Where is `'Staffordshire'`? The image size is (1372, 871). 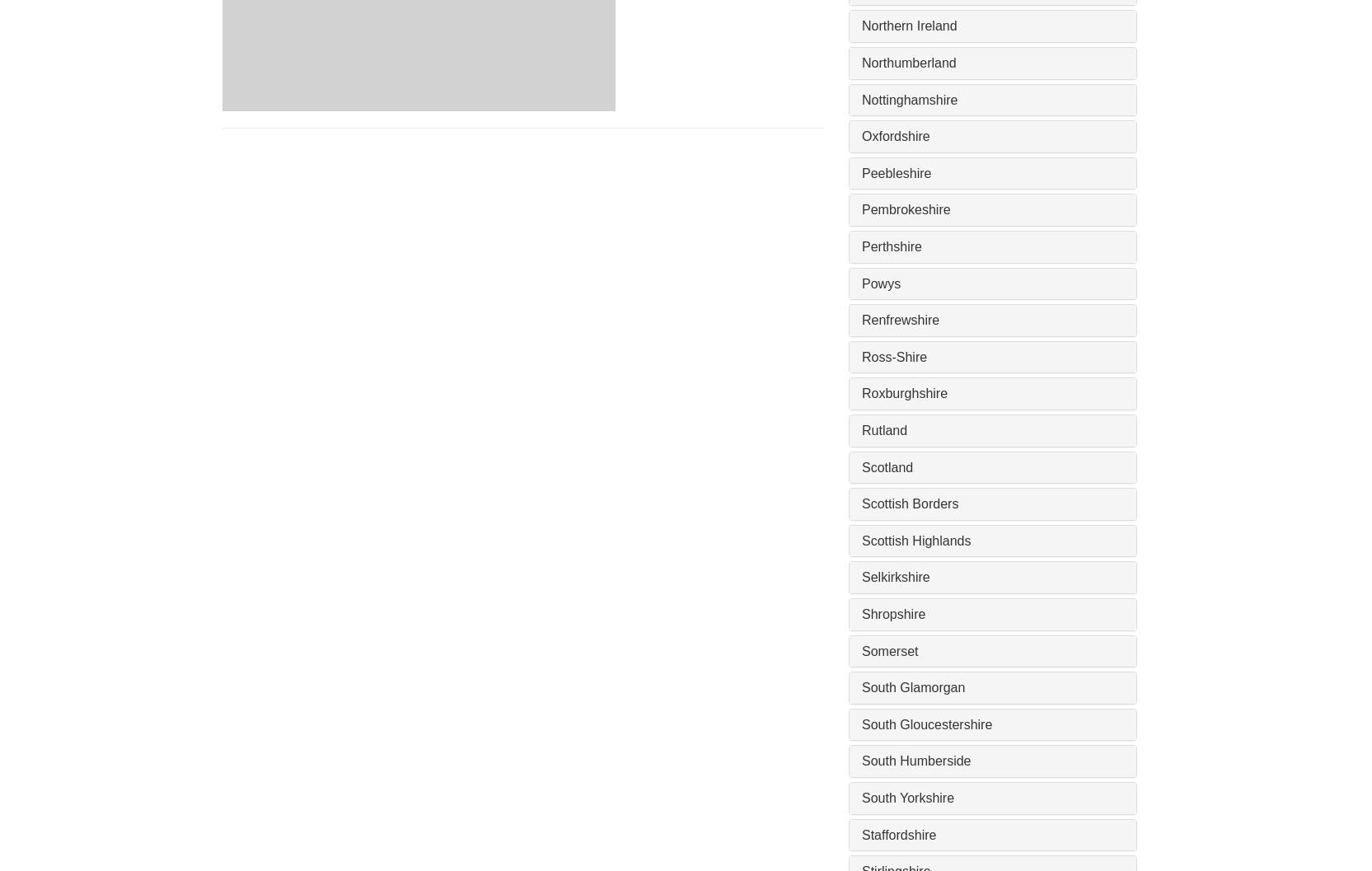 'Staffordshire' is located at coordinates (899, 833).